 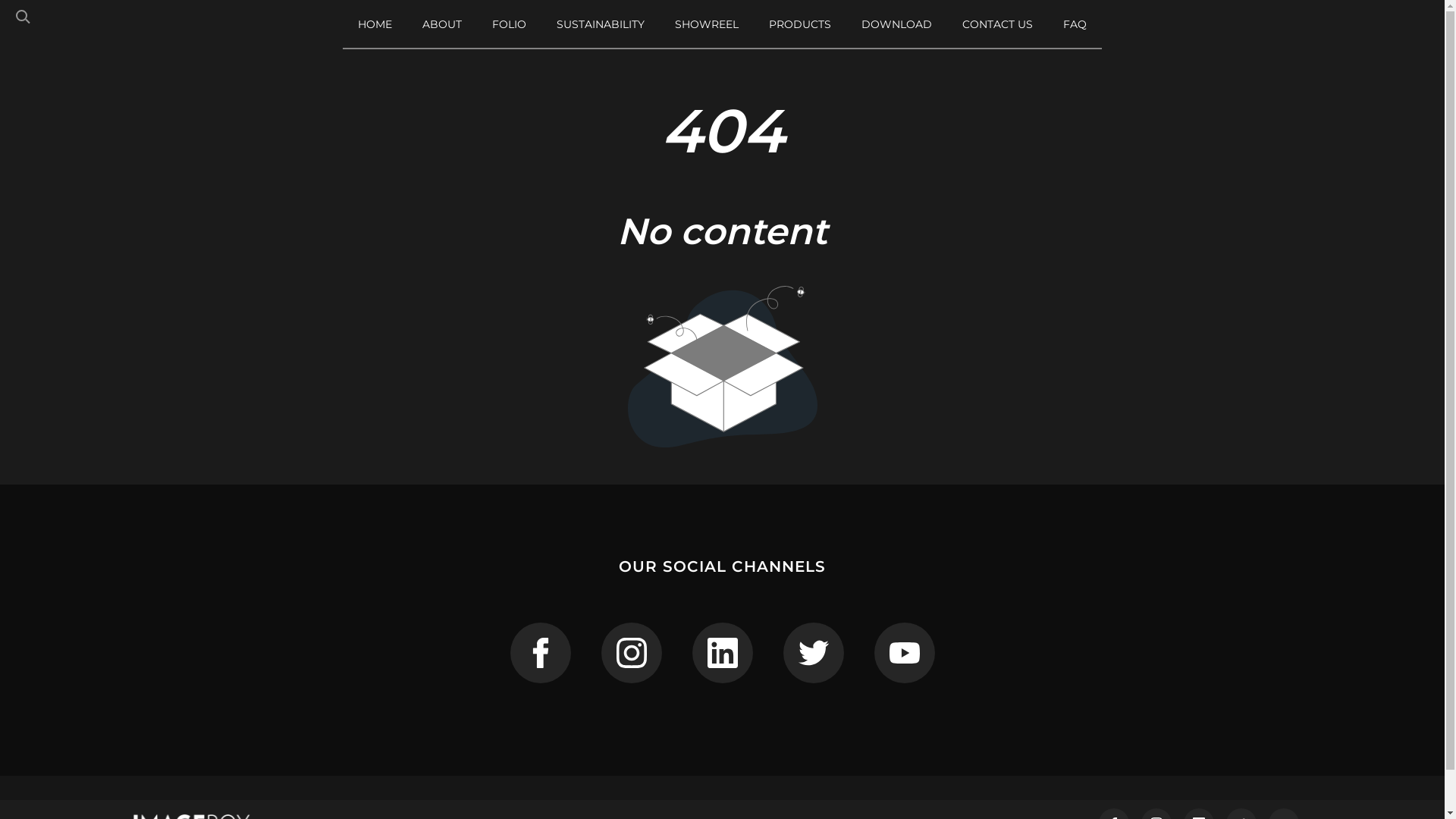 What do you see at coordinates (441, 24) in the screenshot?
I see `'ABOUT'` at bounding box center [441, 24].